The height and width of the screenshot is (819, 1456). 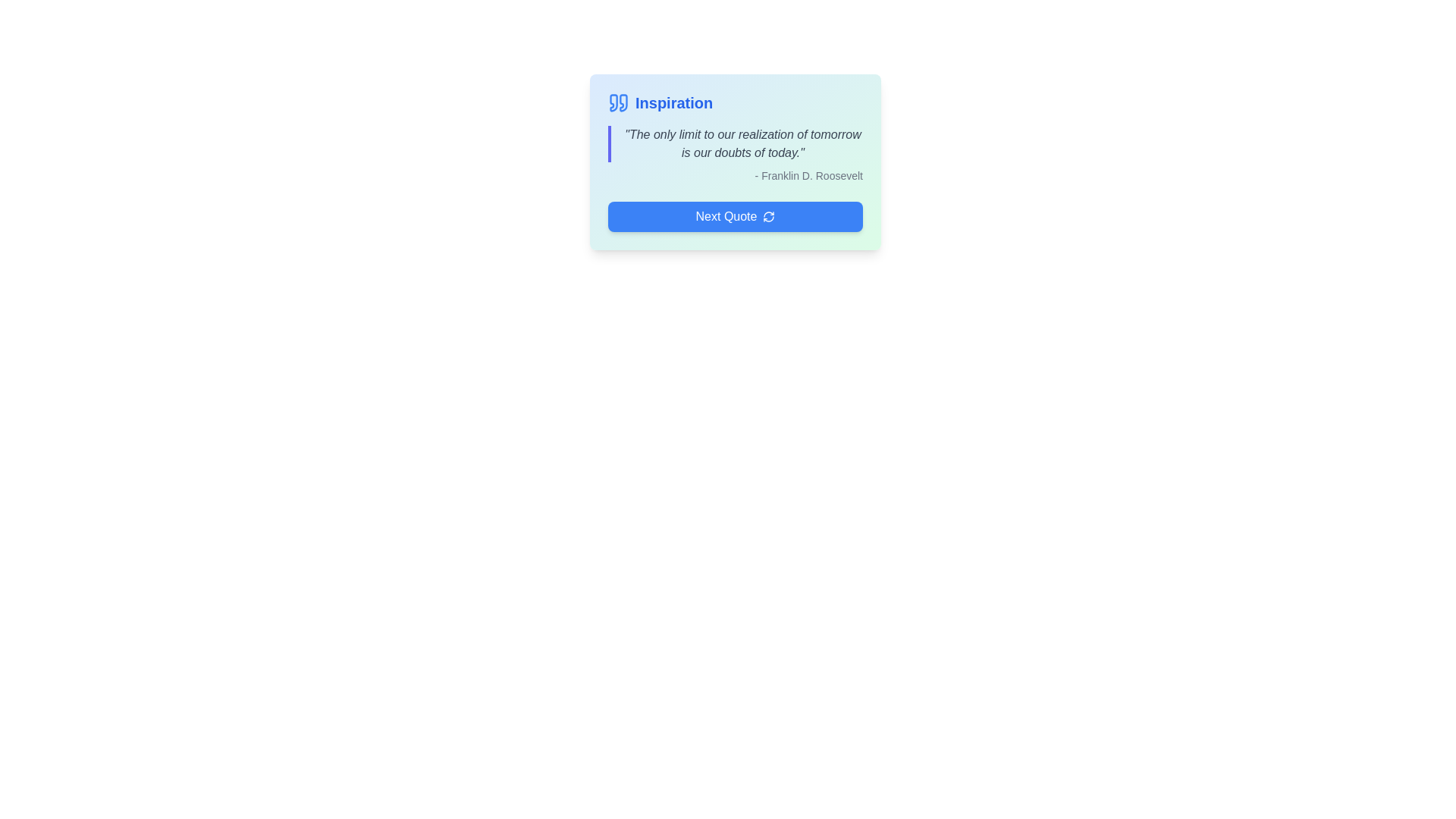 I want to click on the first stylized blue quotation mark icon in the UI, which is positioned to the far left of the horizontal layout group, preceding the text labeled 'Inspiration.', so click(x=619, y=102).